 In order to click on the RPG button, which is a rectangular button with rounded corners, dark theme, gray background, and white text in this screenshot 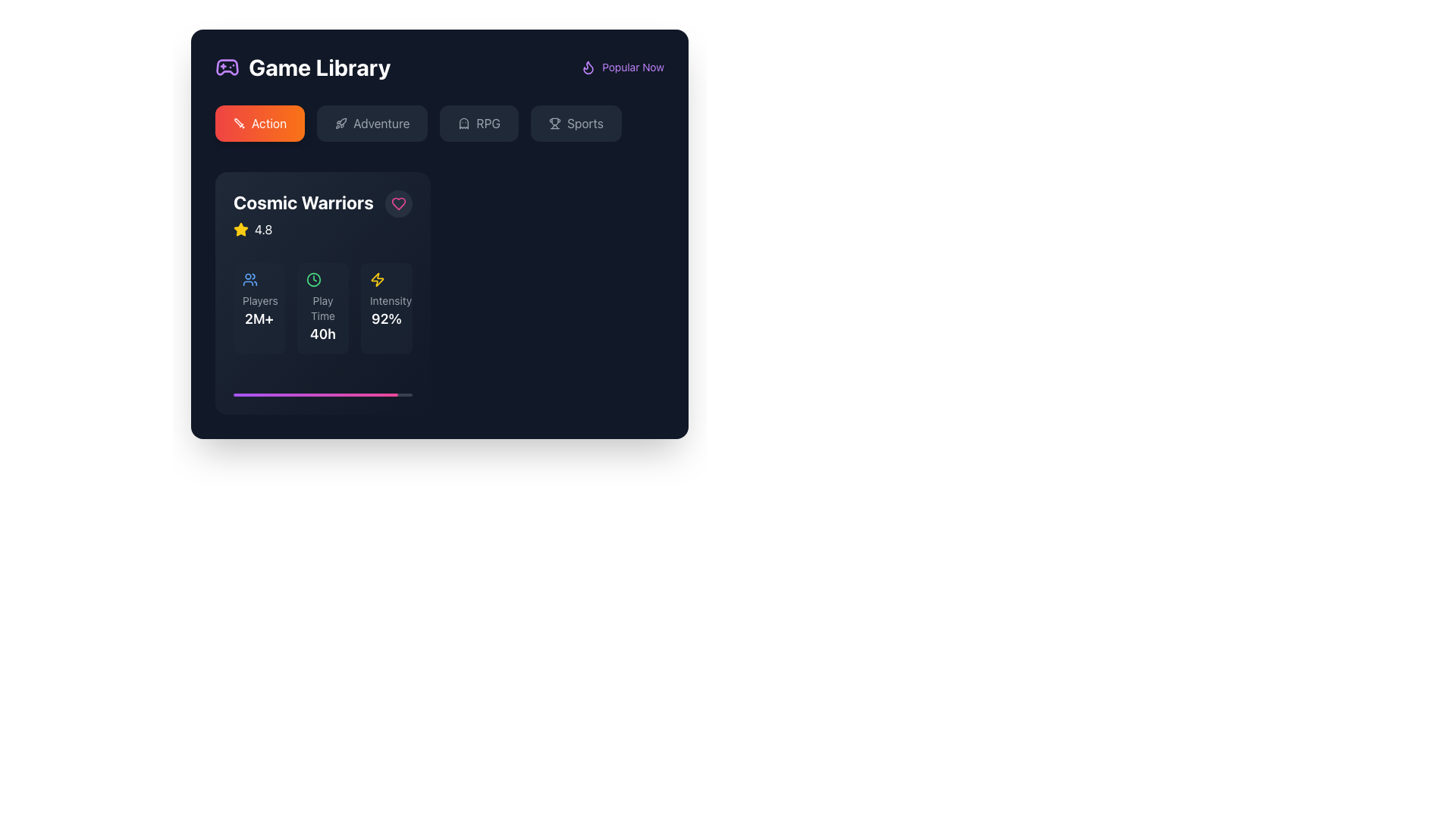, I will do `click(479, 122)`.